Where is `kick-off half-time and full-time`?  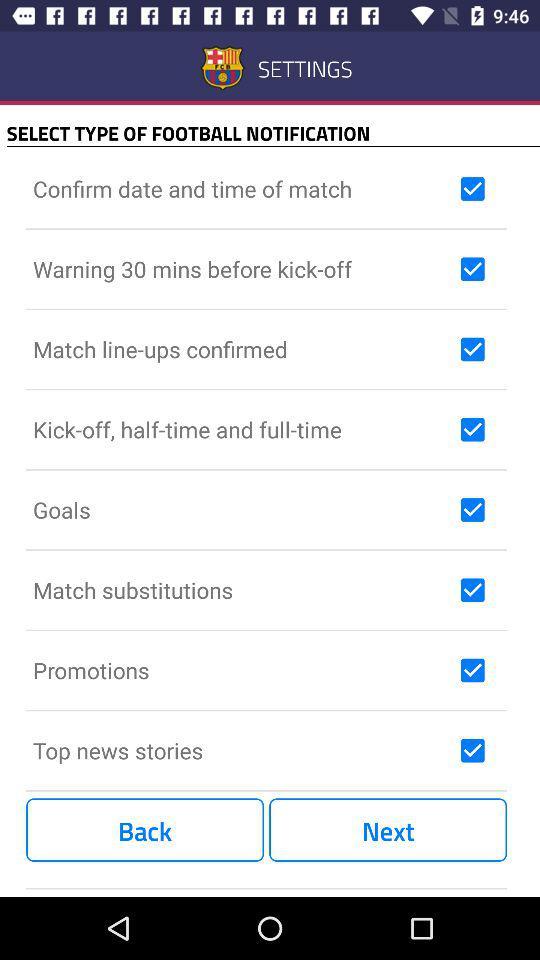
kick-off half-time and full-time is located at coordinates (472, 429).